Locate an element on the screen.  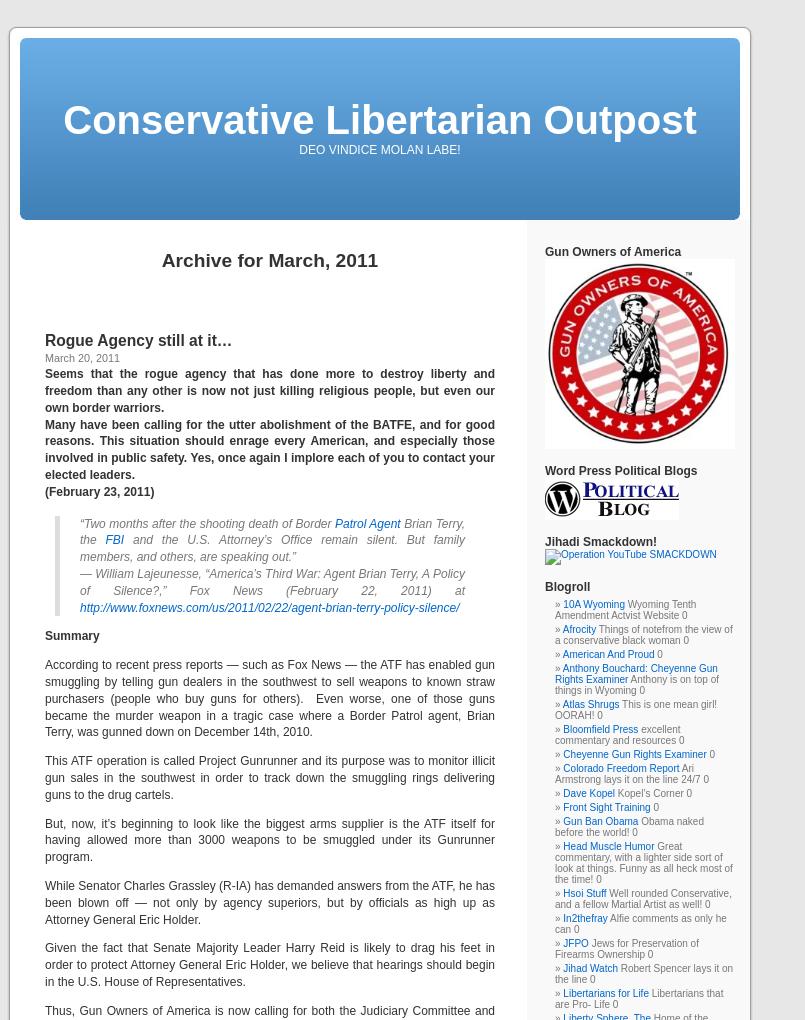
'Gun Ban Obama' is located at coordinates (562, 821).